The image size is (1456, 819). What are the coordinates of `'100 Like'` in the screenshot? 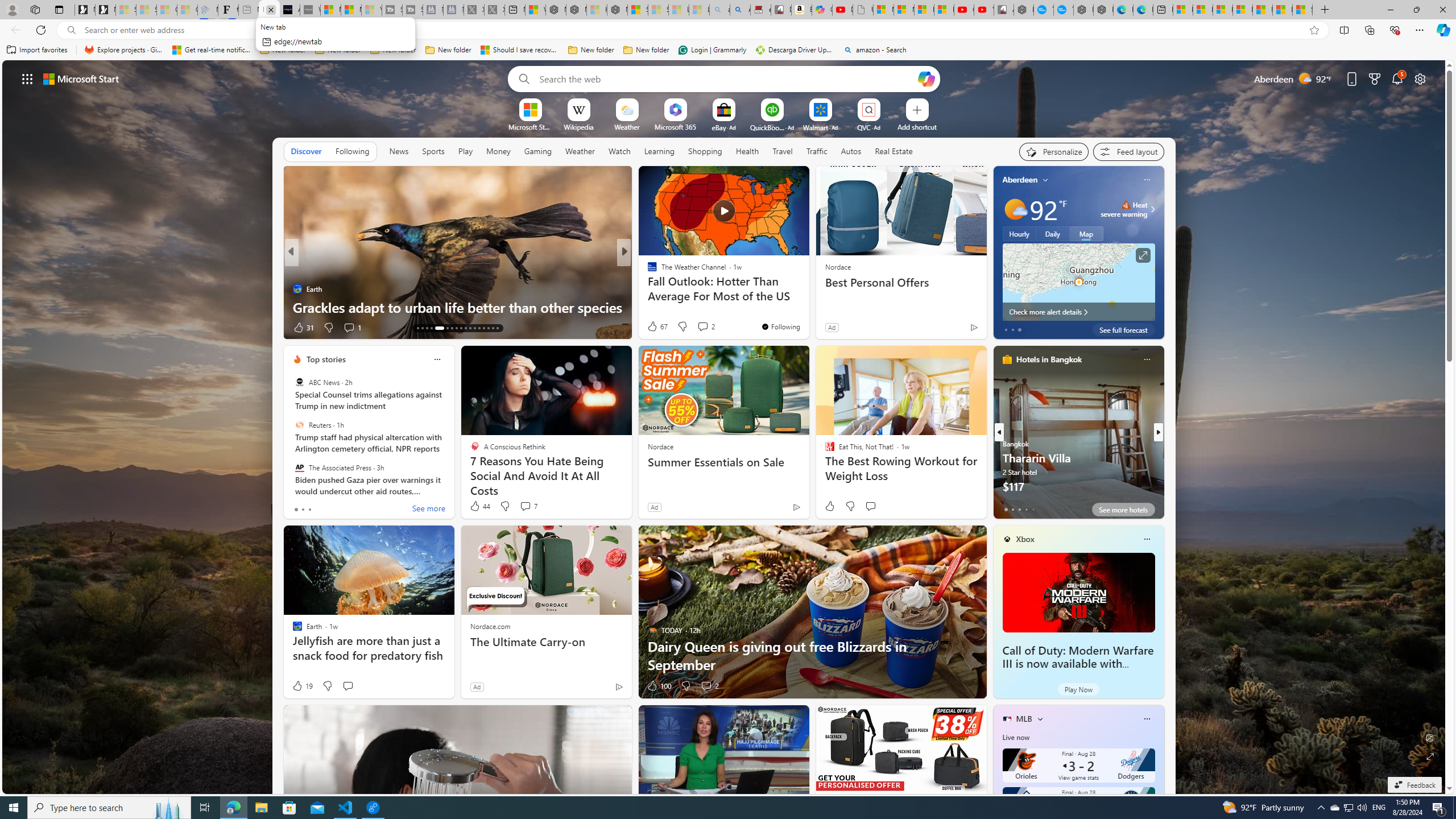 It's located at (658, 686).